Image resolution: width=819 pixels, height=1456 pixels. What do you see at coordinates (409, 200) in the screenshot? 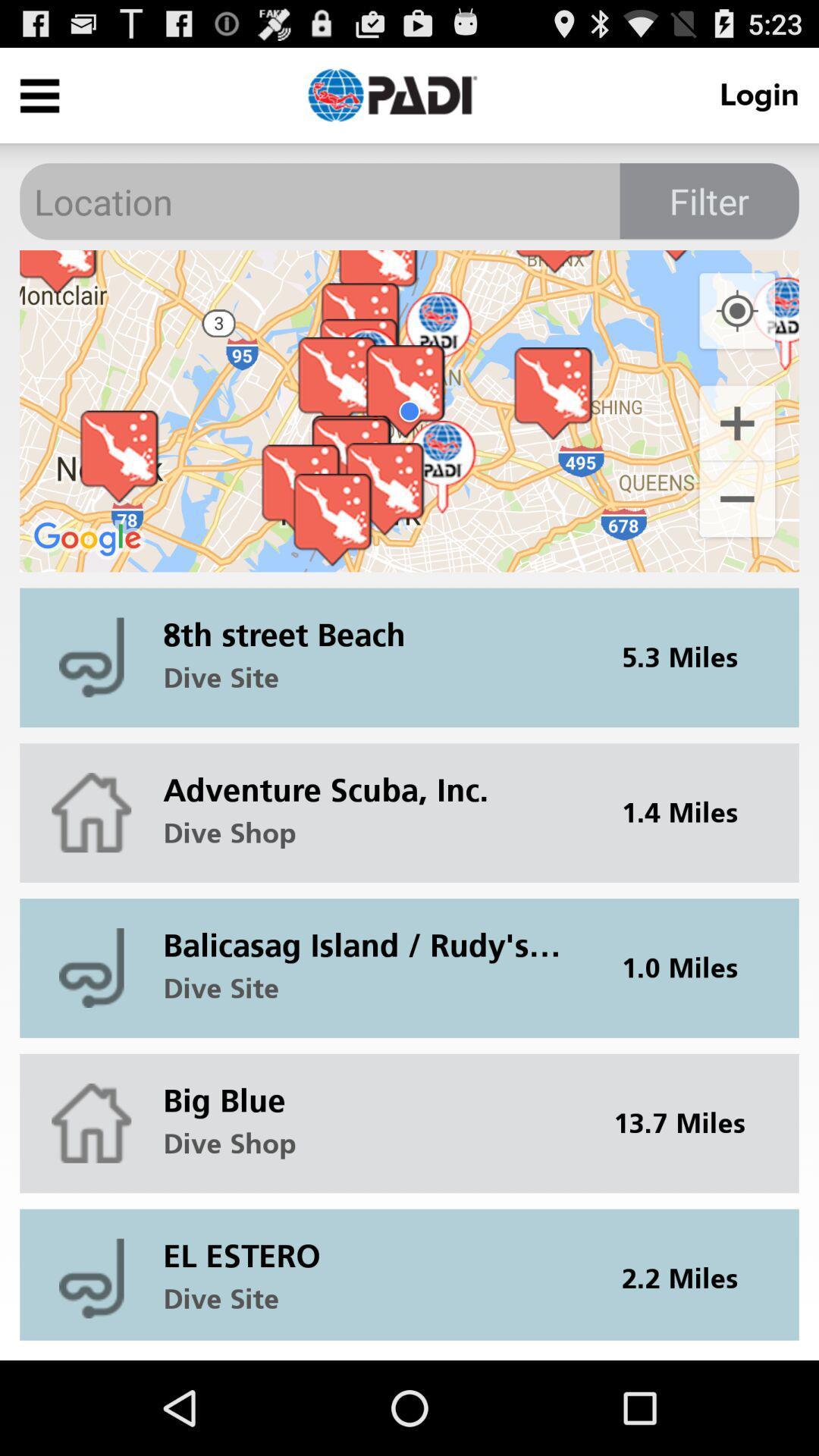
I see `type in location` at bounding box center [409, 200].